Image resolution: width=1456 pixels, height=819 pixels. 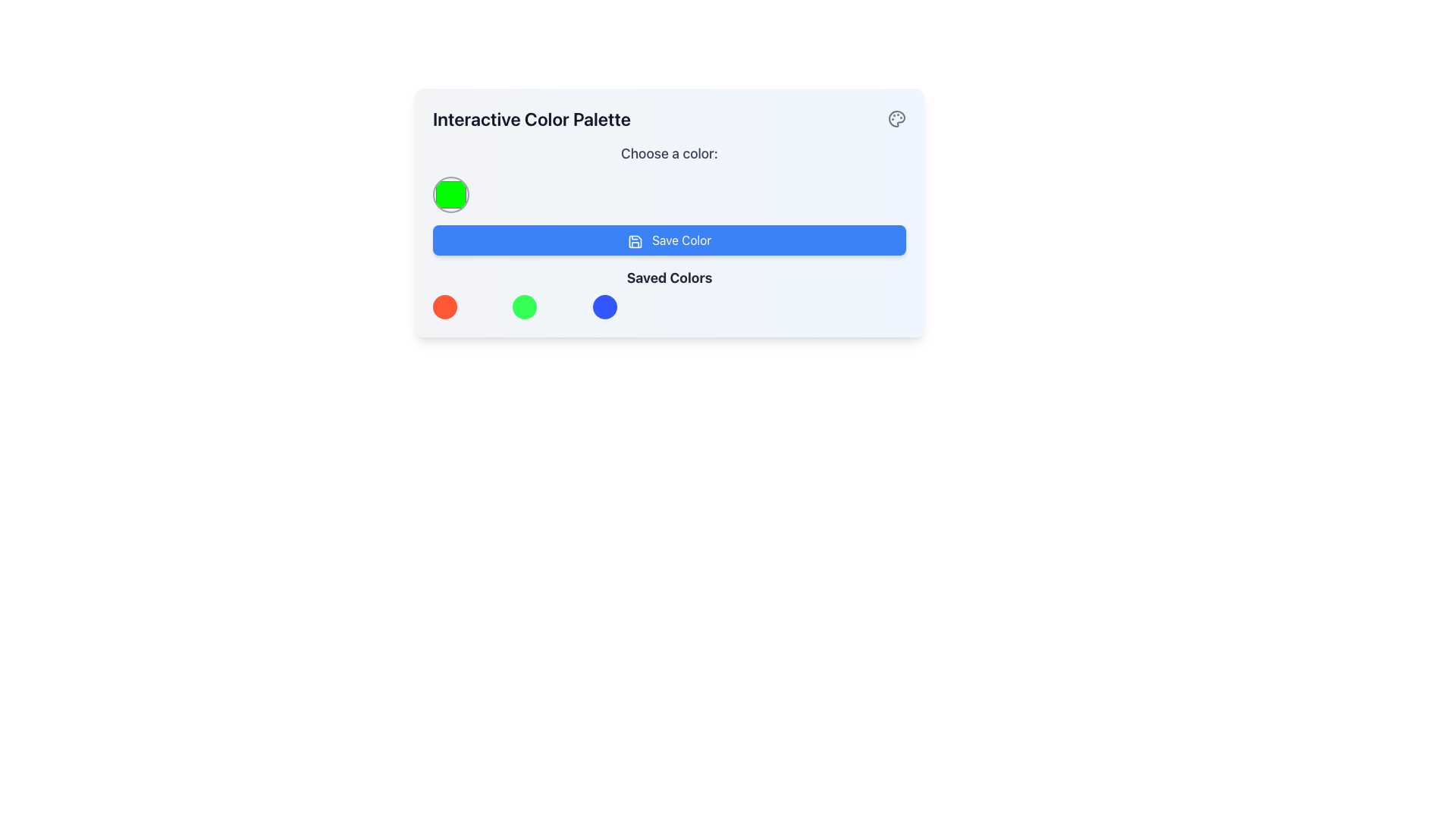 I want to click on the second circular Color indicator with a bright green fill in the 'Saved Colors' section by clicking on it, so click(x=525, y=307).